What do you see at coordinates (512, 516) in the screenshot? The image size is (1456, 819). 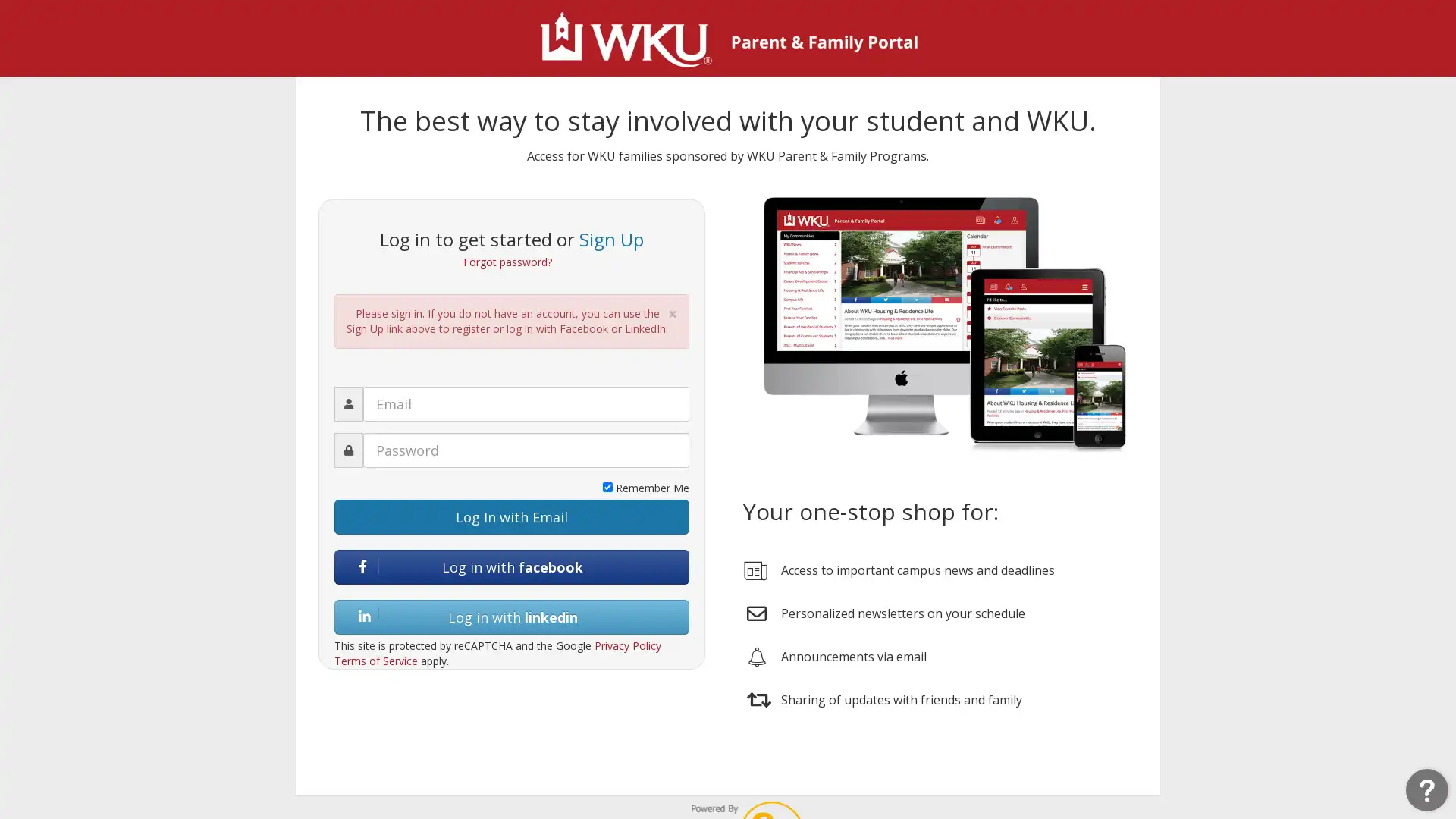 I see `Log In with Email` at bounding box center [512, 516].